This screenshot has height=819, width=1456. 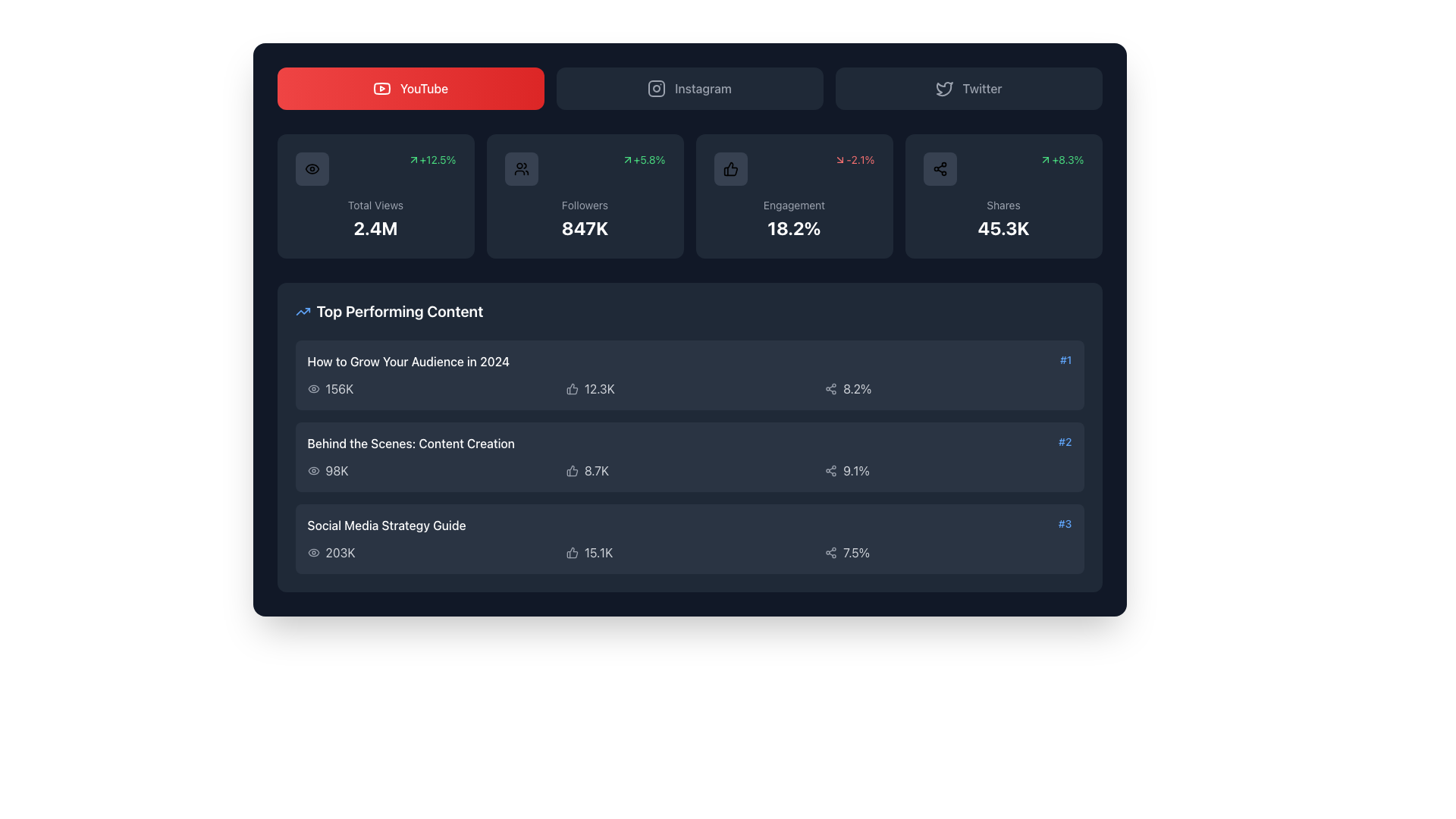 What do you see at coordinates (311, 169) in the screenshot?
I see `the informational icon indicating total views, located to the left of the text '+12.5%' and above 'Total Views 2.4M'` at bounding box center [311, 169].